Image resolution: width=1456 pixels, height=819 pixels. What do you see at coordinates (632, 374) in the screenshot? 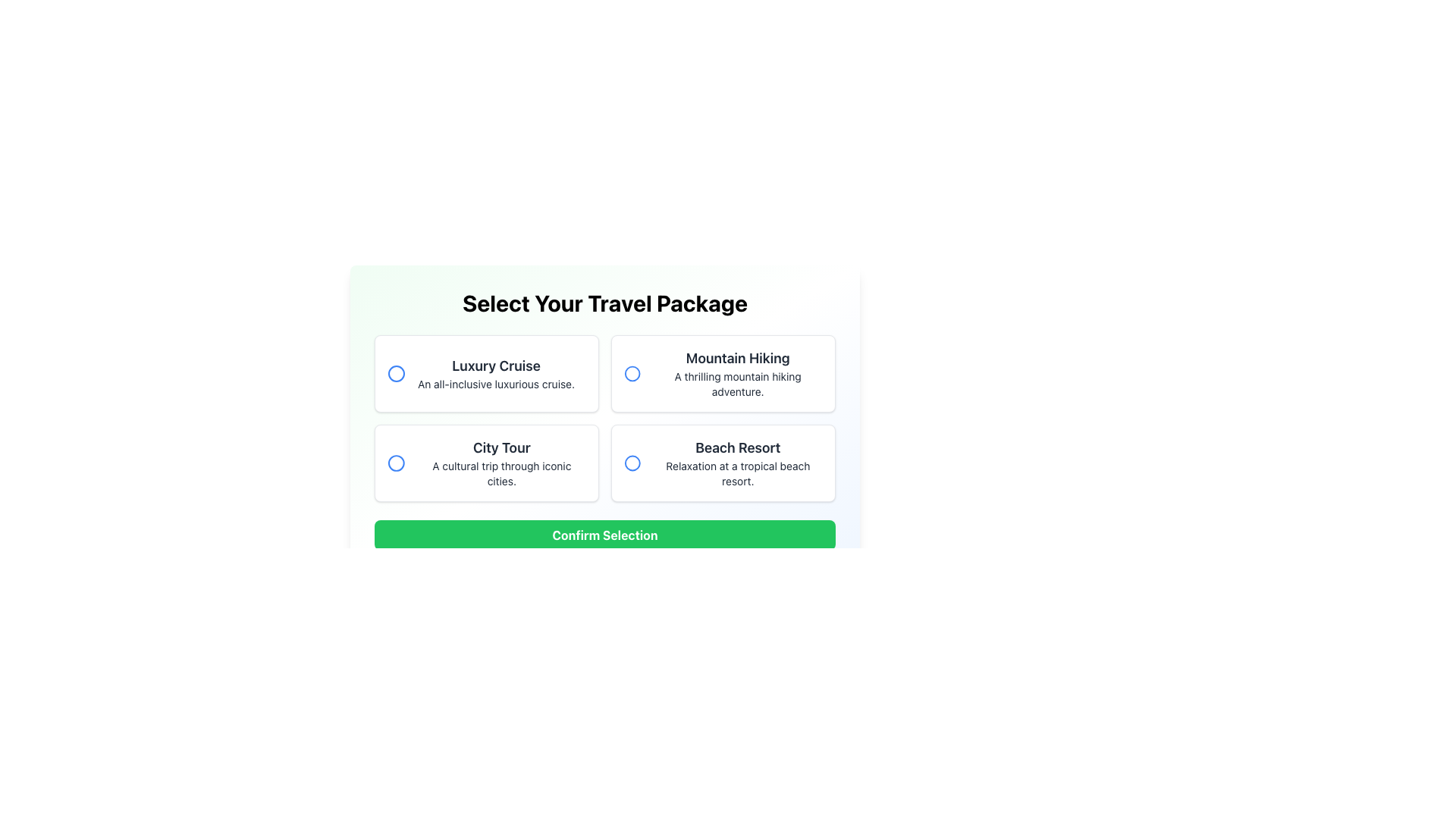
I see `the Radio Button Indicator for 'Mountain Hiking'` at bounding box center [632, 374].